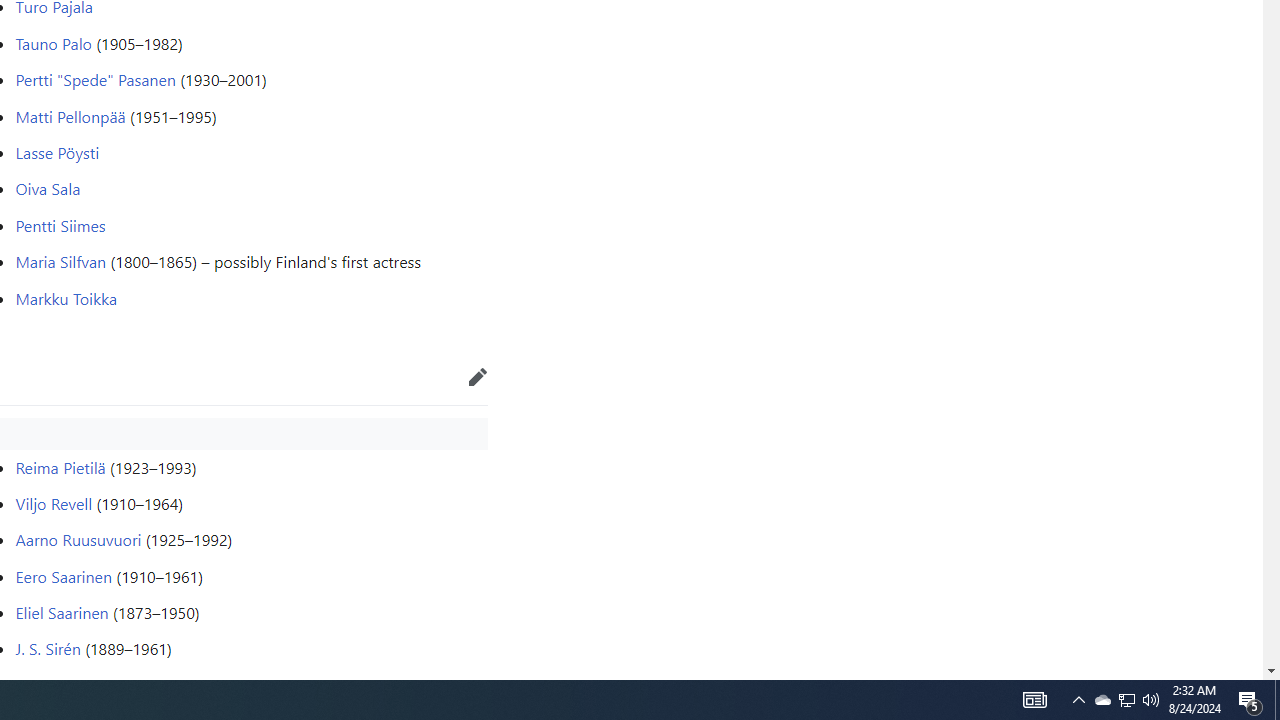 This screenshot has height=720, width=1280. Describe the element at coordinates (53, 42) in the screenshot. I see `'Tauno Palo'` at that location.